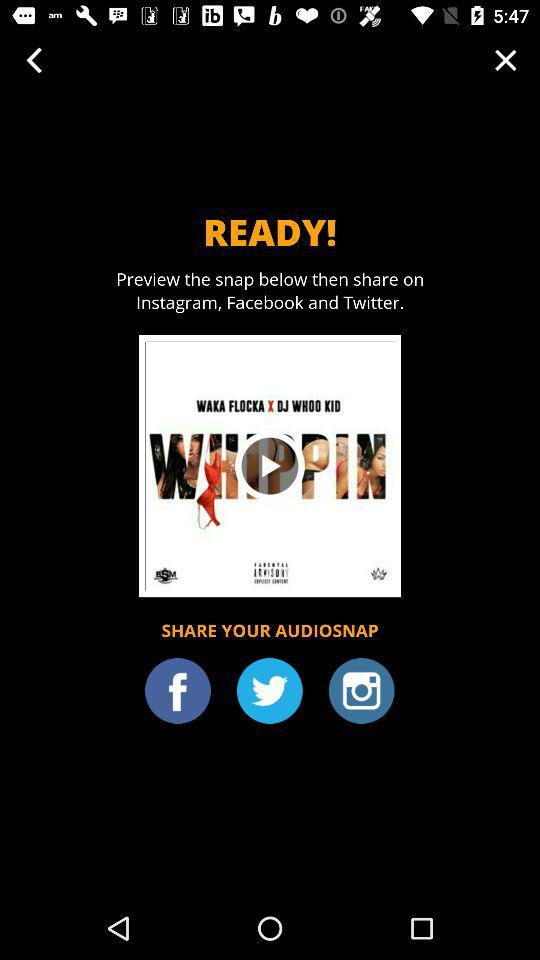 The width and height of the screenshot is (540, 960). Describe the element at coordinates (504, 59) in the screenshot. I see `the close icon` at that location.